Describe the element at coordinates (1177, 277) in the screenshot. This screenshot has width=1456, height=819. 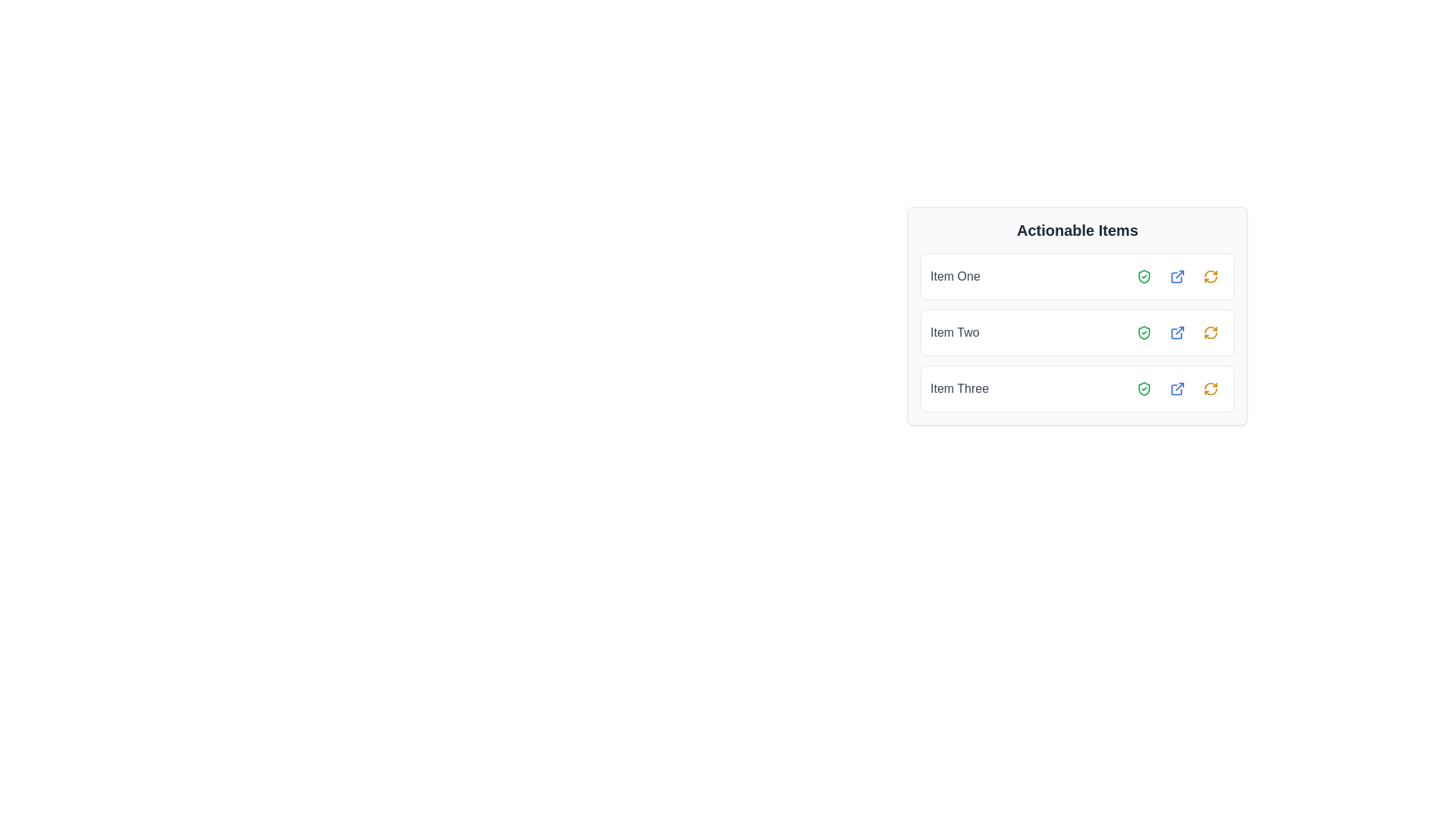
I see `the external link icon located in the middle position of the three icons in the 'Item One' row of the 'Actionable Items' section` at that location.